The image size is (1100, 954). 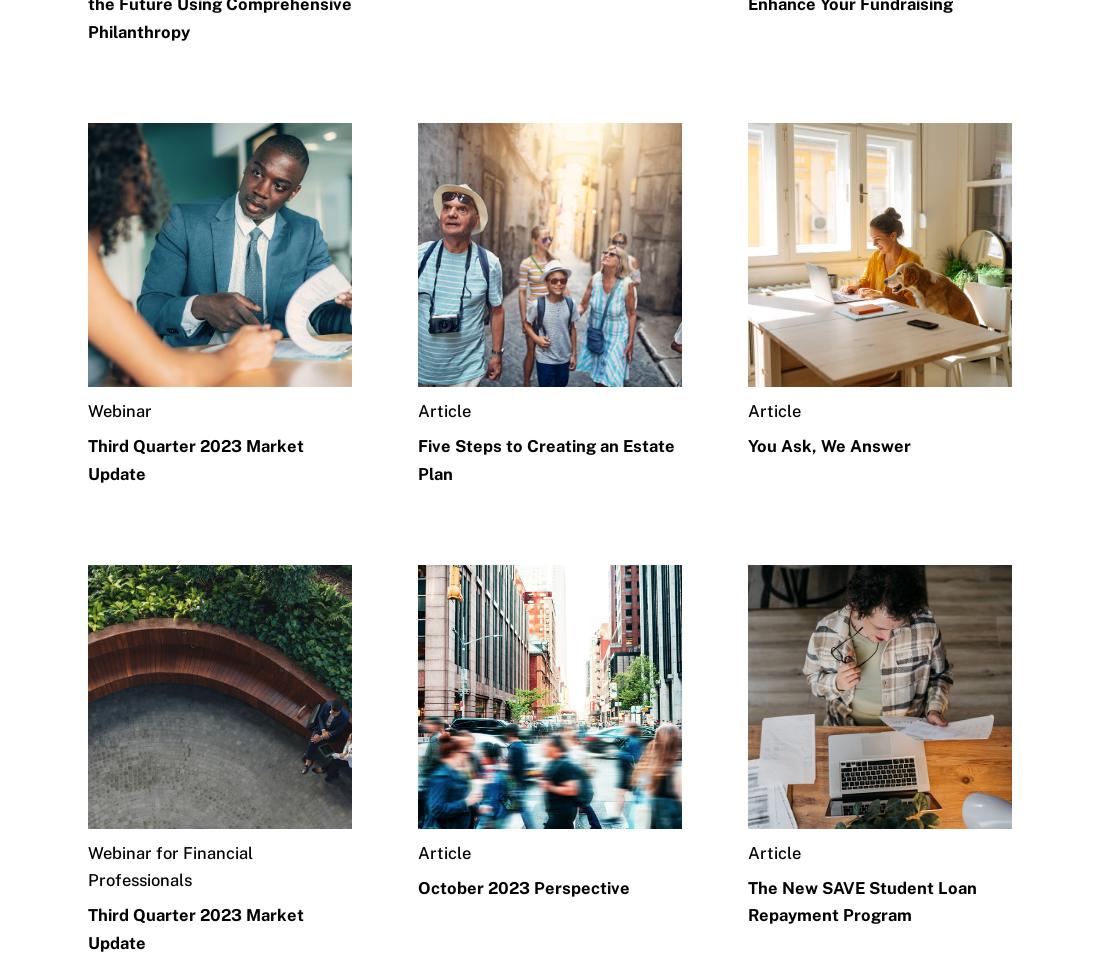 What do you see at coordinates (623, 920) in the screenshot?
I see `'Legal Disclaimer'` at bounding box center [623, 920].